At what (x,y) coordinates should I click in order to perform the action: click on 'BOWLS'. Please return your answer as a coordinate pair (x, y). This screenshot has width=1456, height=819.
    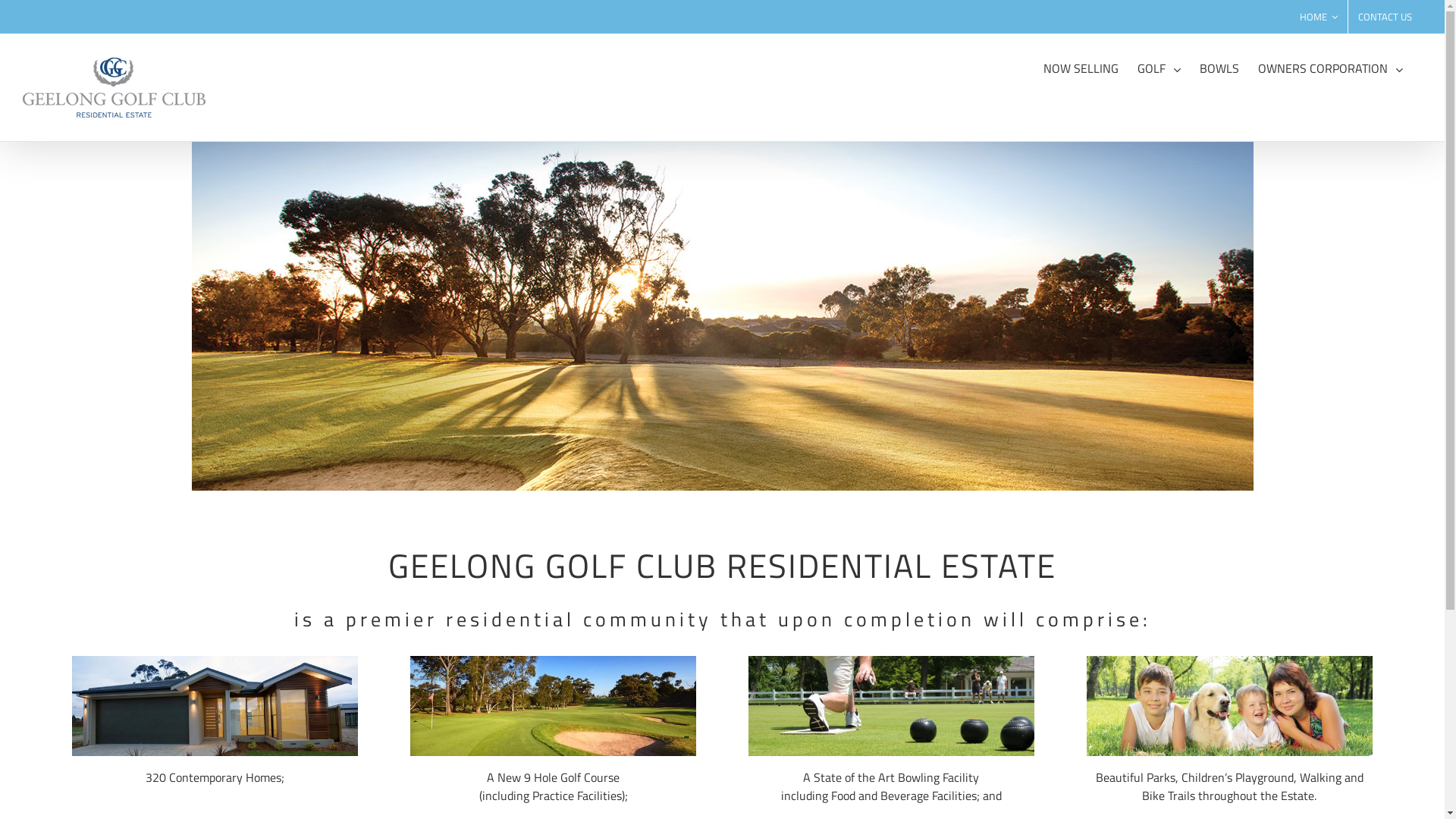
    Looking at the image, I should click on (1219, 66).